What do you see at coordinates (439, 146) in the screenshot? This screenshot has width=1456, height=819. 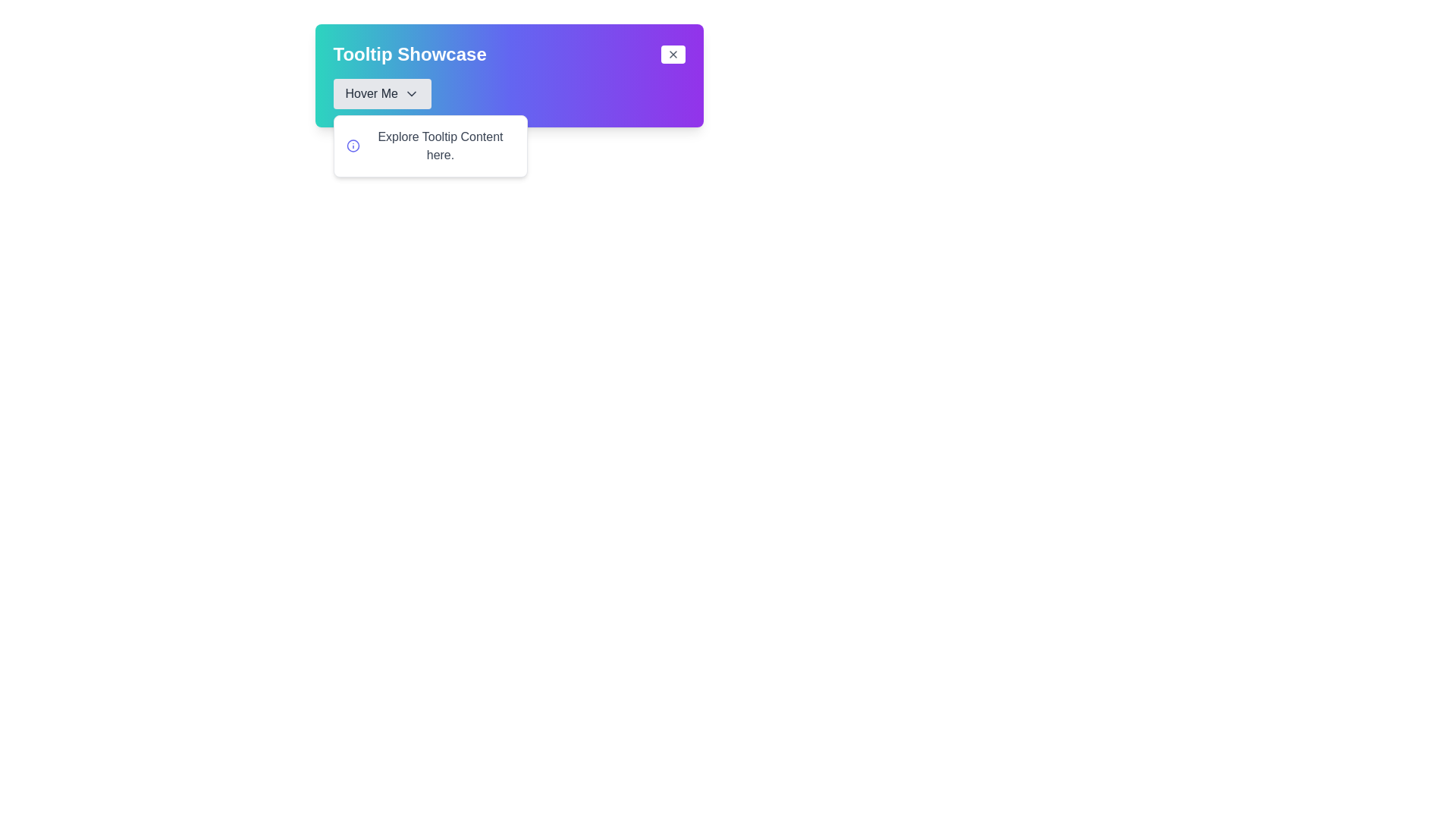 I see `text content displayed in the tooltip located at the center-right under the 'Tooltip Showcase' banner, next to the circular 'i' icon` at bounding box center [439, 146].